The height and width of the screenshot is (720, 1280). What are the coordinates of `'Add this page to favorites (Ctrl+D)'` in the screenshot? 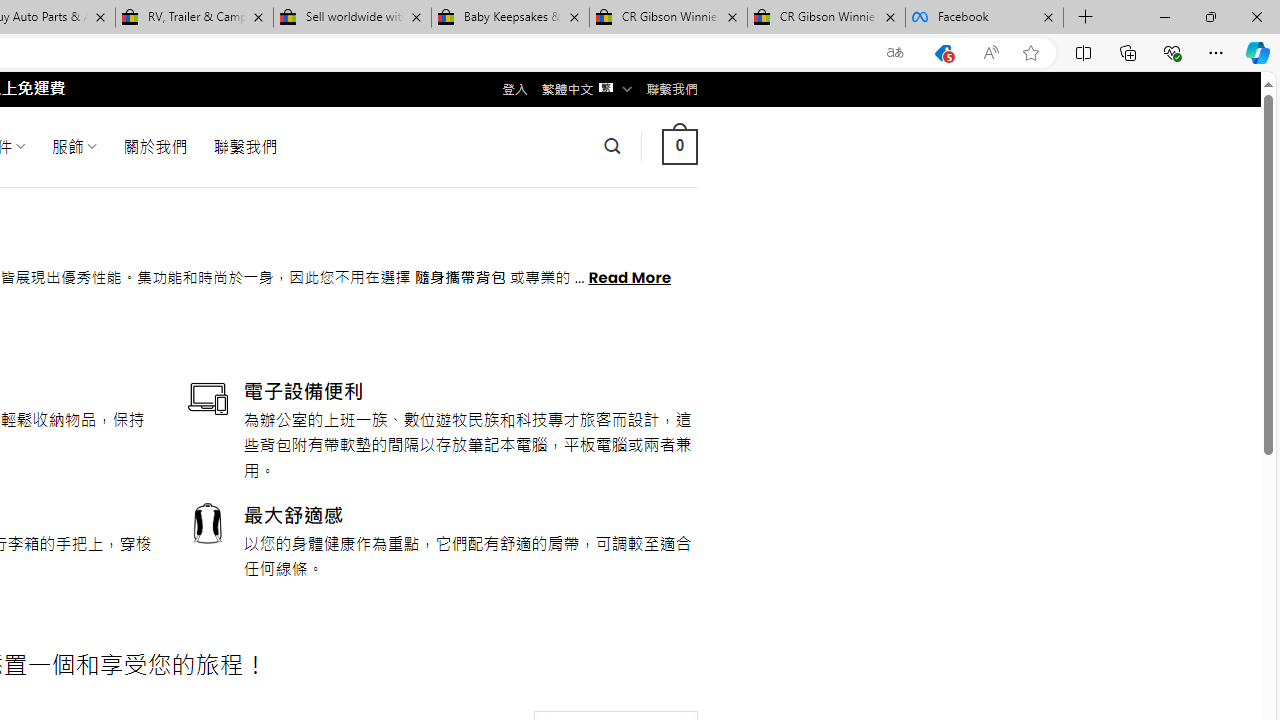 It's located at (1031, 52).